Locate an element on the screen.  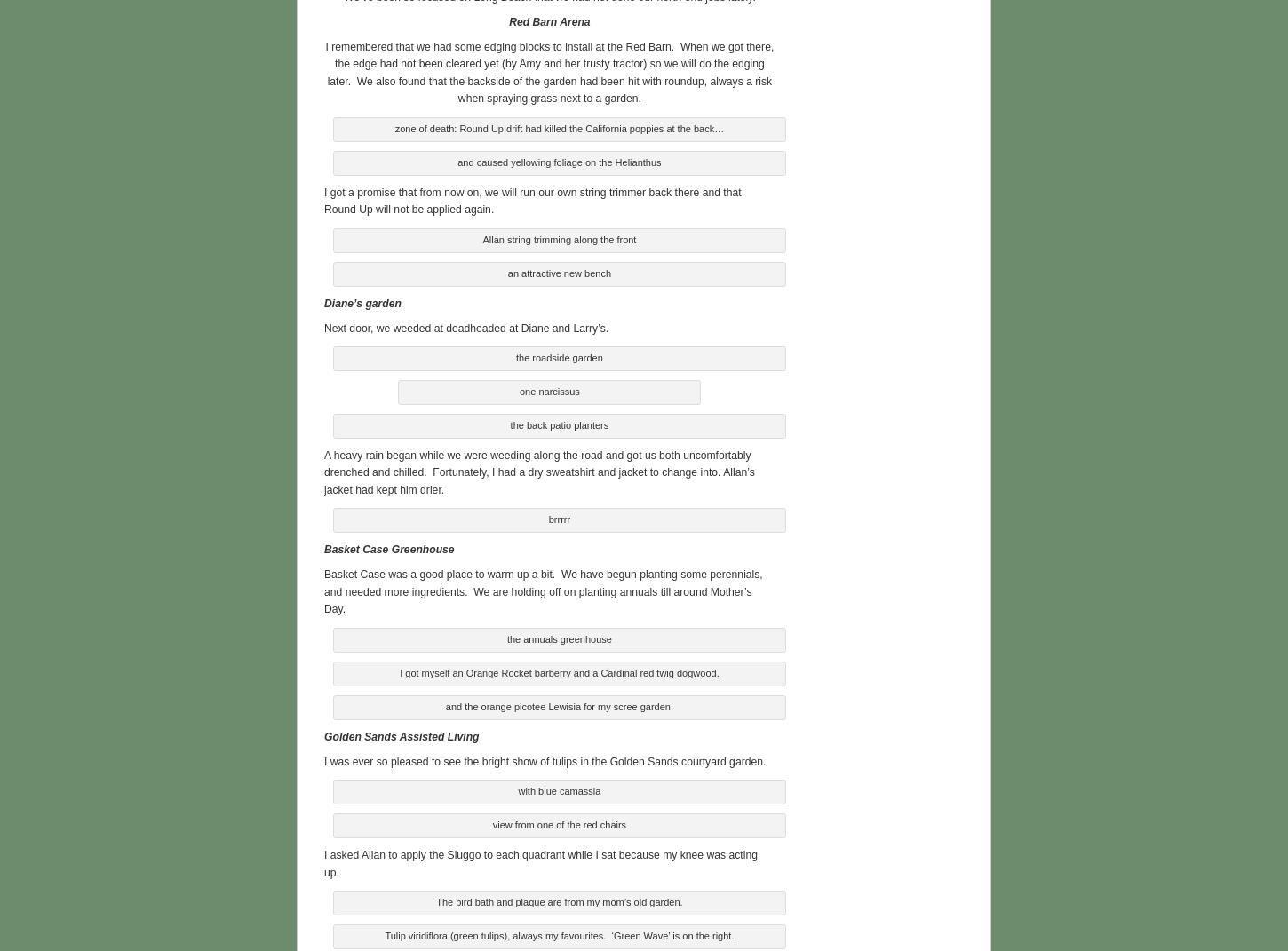
'the back patio planters' is located at coordinates (558, 421).